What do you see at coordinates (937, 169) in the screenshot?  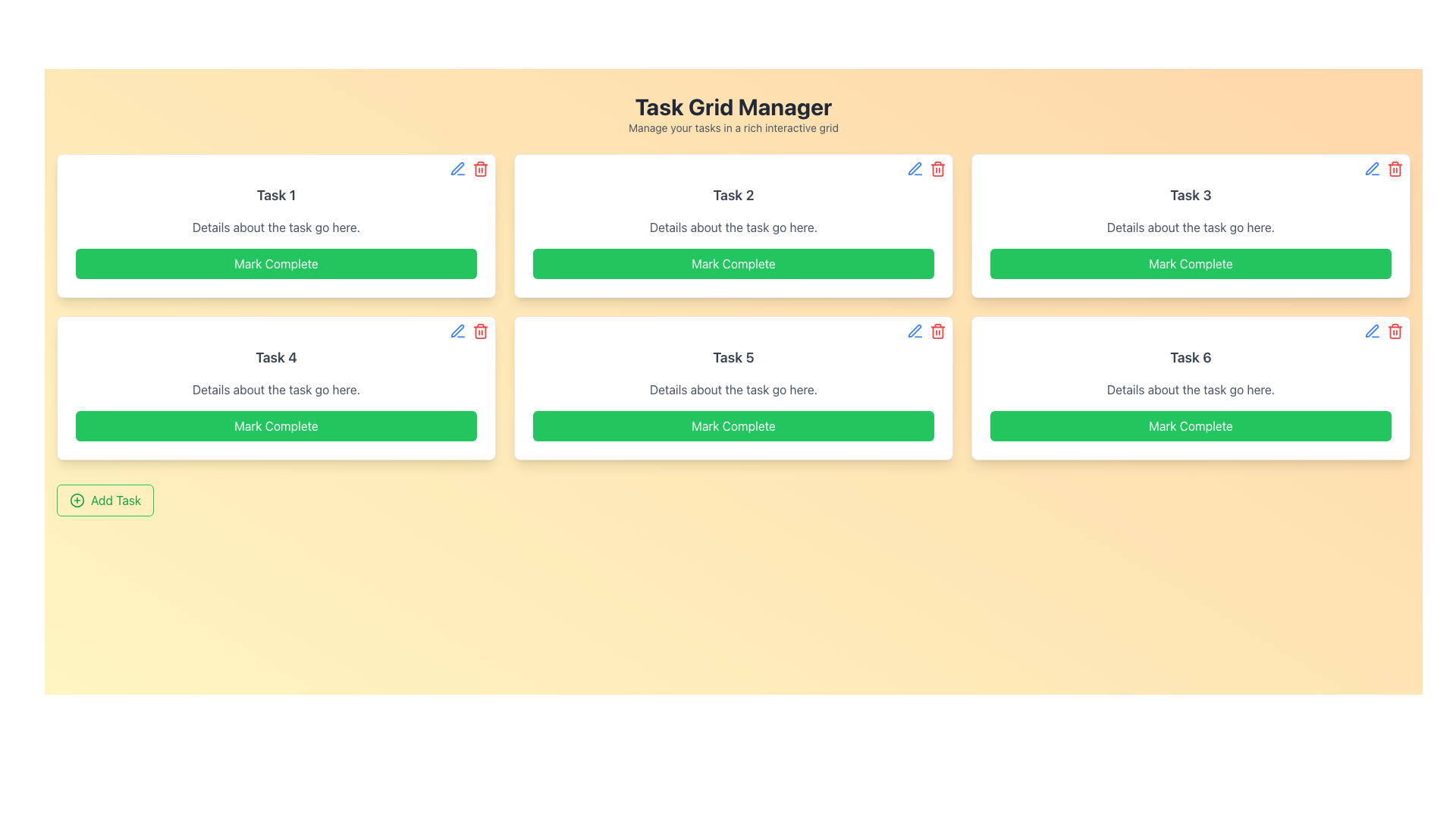 I see `the Trash Icon Button located at the top right corner of the task card labeled 'Task 2'` at bounding box center [937, 169].